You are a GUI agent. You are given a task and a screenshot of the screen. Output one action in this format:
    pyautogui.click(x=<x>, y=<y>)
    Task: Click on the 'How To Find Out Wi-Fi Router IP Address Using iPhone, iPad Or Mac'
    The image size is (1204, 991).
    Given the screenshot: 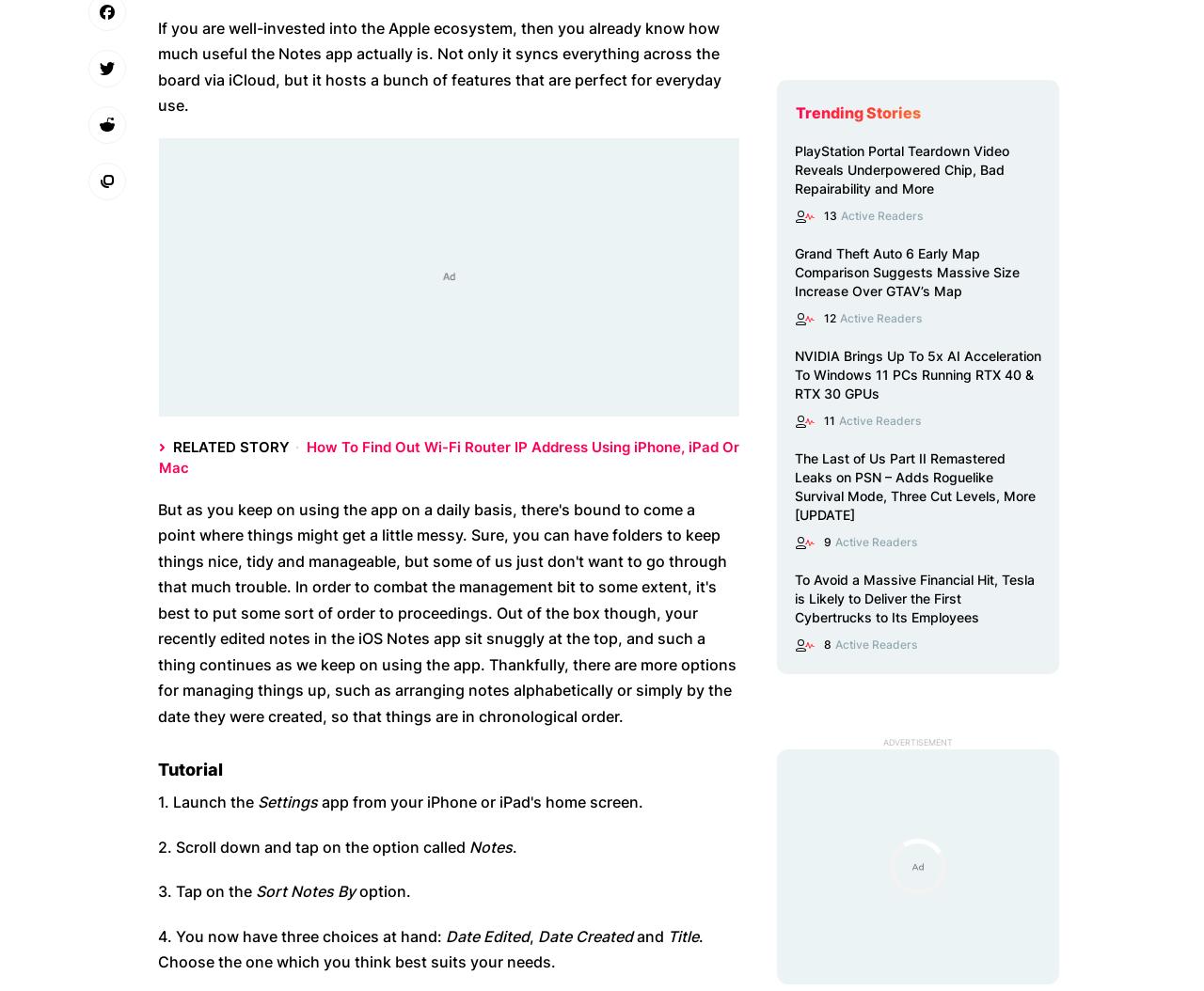 What is the action you would take?
    pyautogui.click(x=448, y=455)
    